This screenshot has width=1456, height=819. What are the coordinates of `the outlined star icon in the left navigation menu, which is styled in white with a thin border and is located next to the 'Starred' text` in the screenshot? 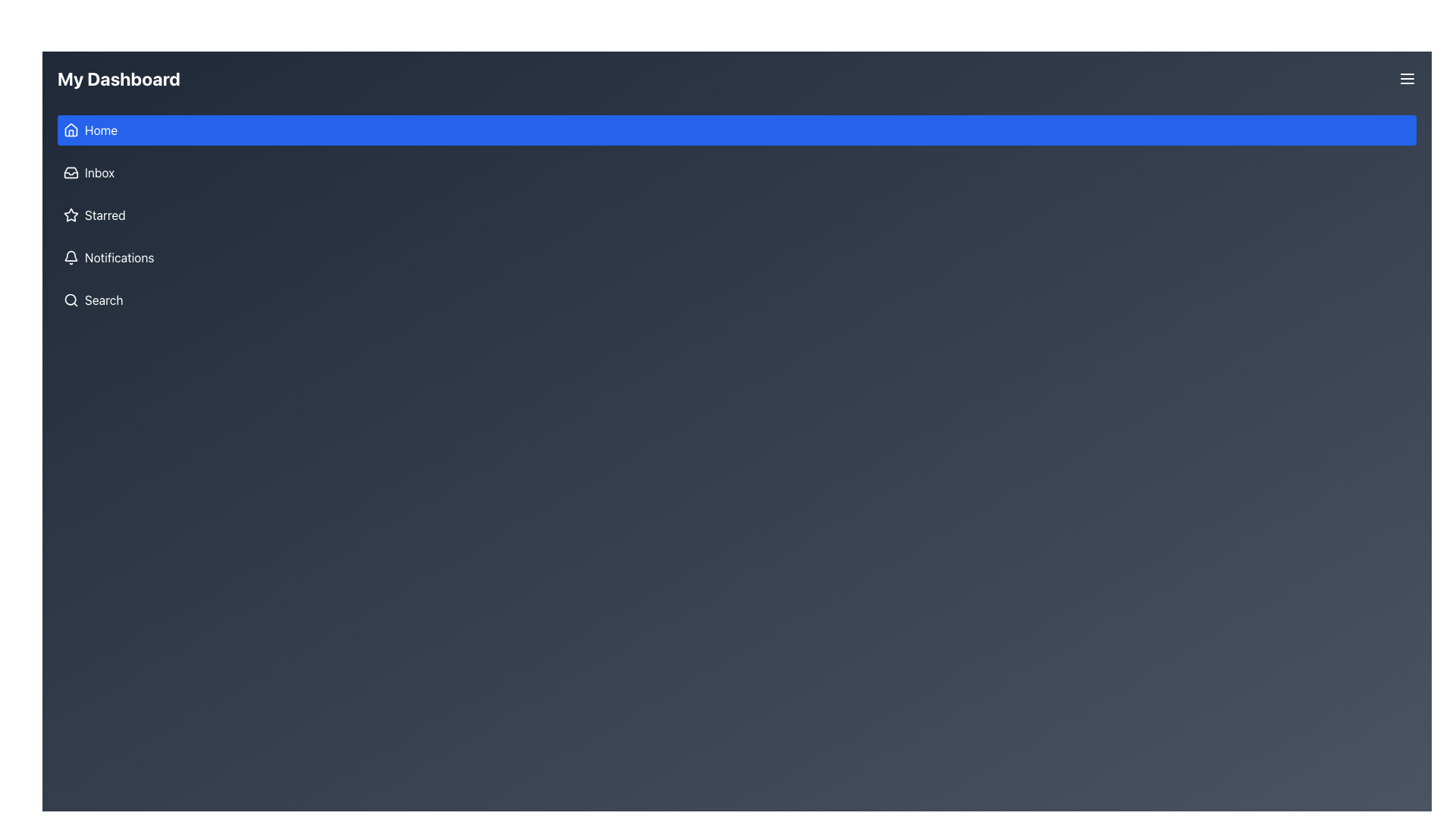 It's located at (71, 215).